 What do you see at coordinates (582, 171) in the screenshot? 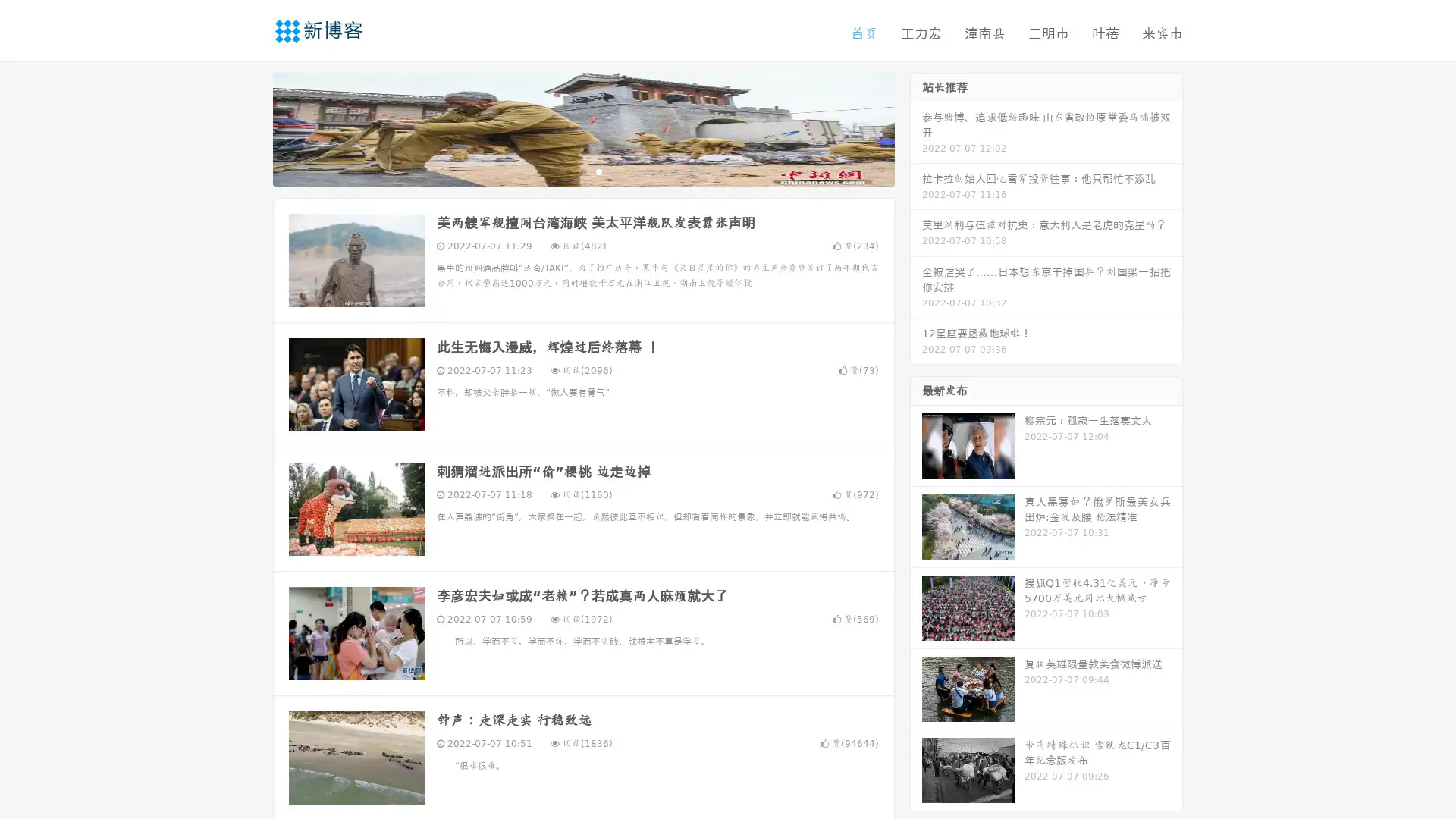
I see `Go to slide 2` at bounding box center [582, 171].